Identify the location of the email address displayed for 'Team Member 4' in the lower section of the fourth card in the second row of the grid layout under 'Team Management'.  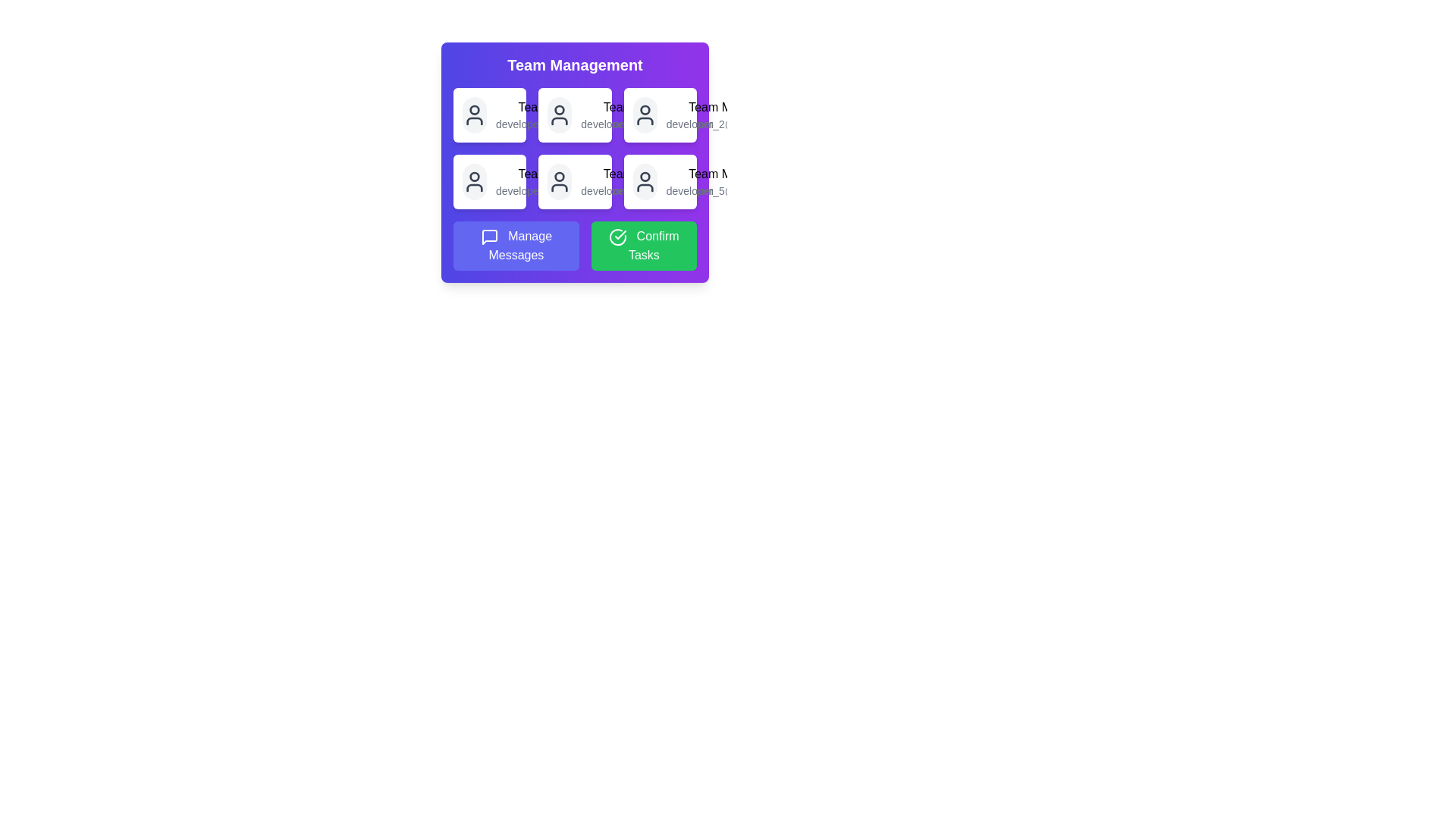
(561, 190).